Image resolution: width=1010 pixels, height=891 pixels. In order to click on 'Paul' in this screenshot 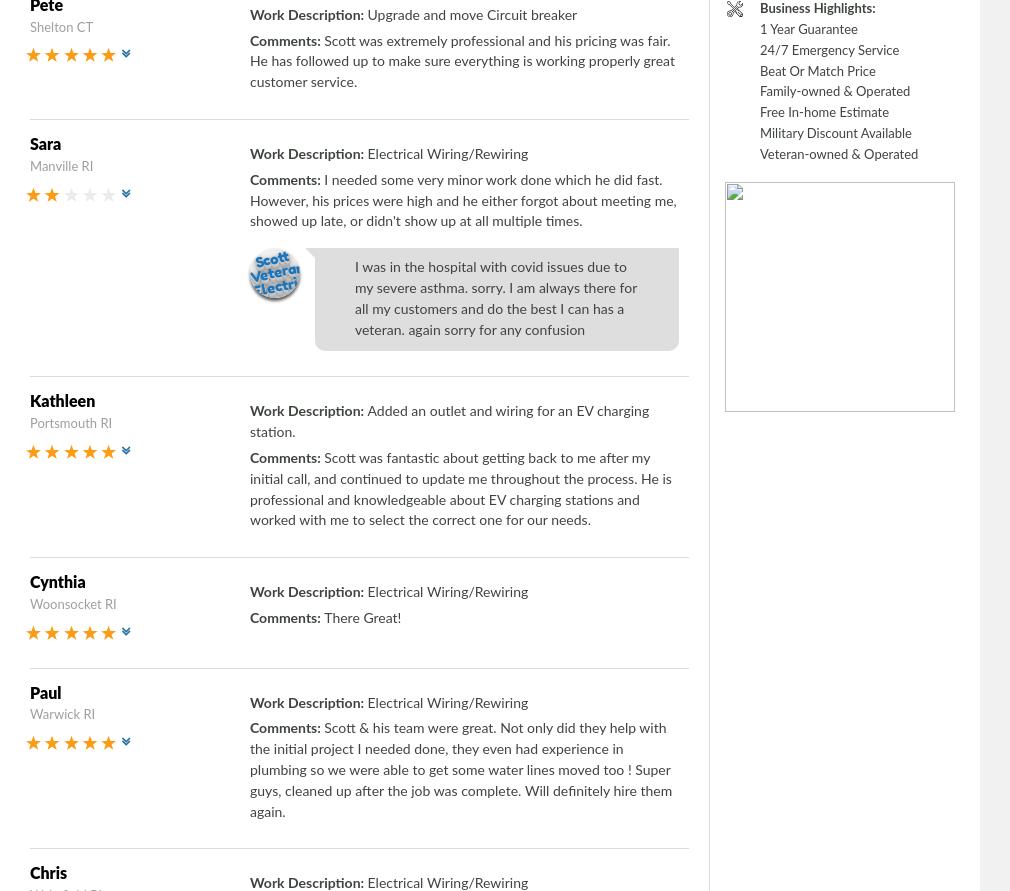, I will do `click(44, 692)`.